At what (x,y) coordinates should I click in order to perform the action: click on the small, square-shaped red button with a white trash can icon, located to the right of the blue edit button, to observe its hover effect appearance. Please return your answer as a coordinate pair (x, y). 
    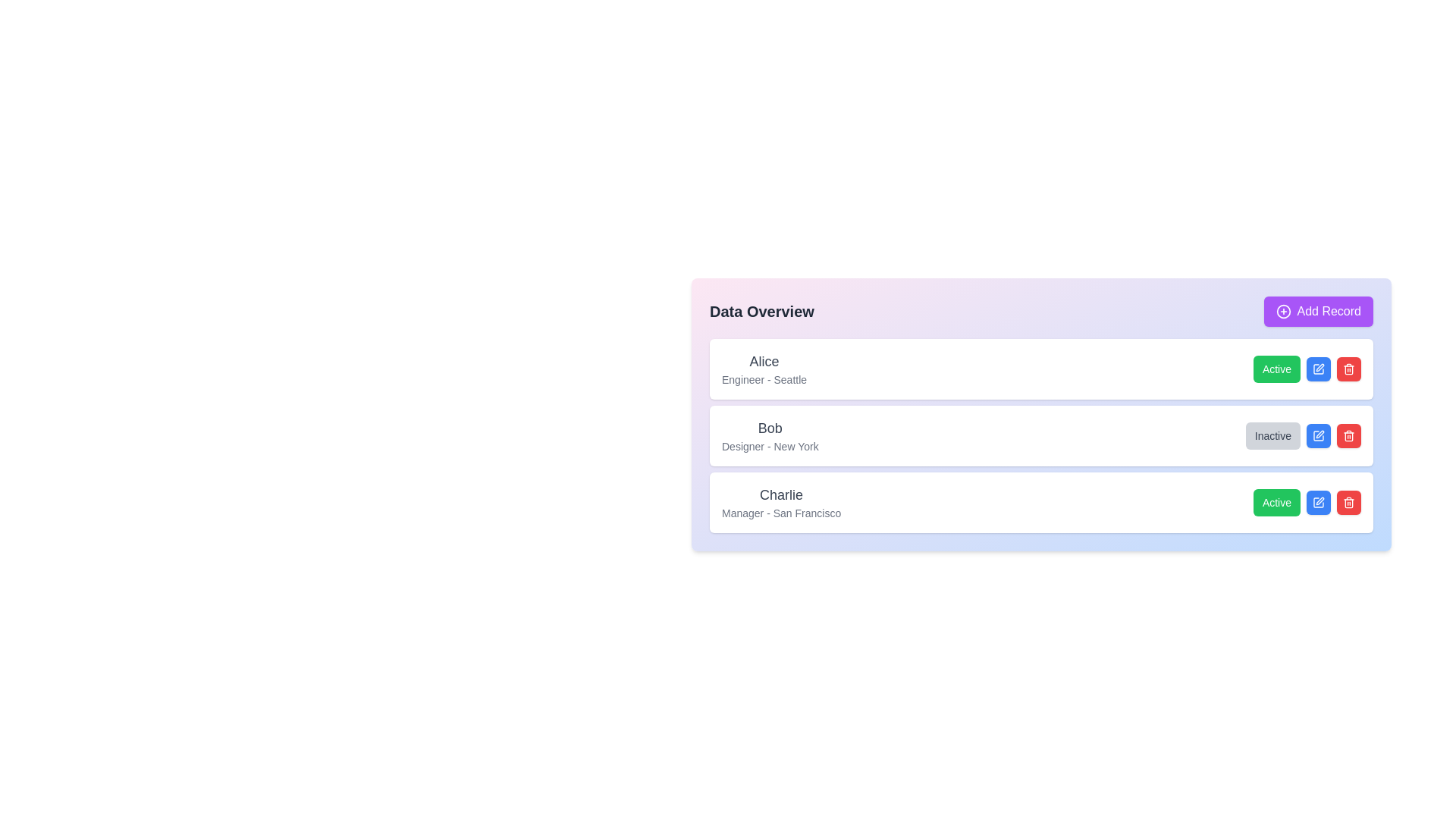
    Looking at the image, I should click on (1349, 503).